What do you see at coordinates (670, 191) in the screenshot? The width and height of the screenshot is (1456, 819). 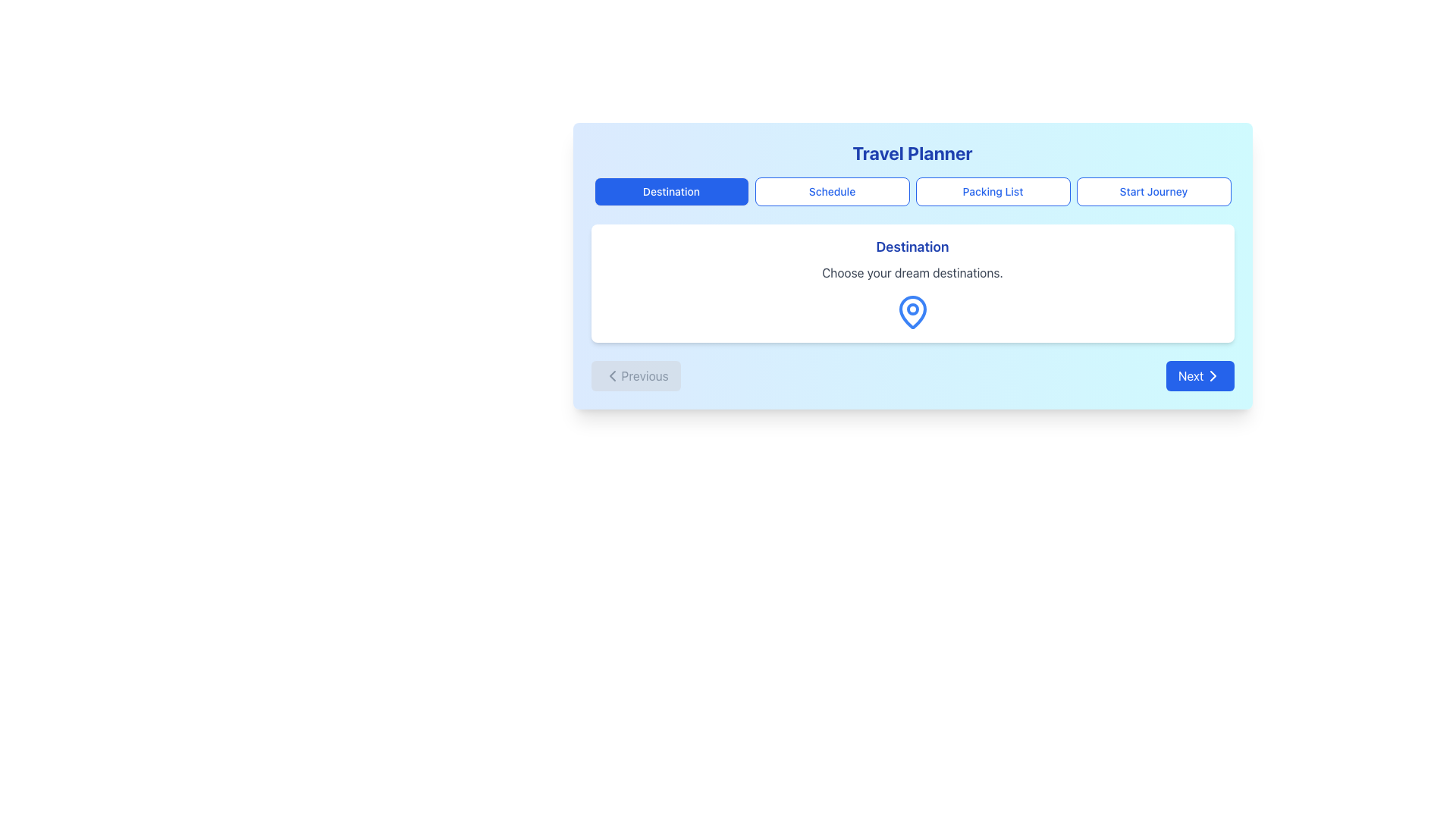 I see `the text block within the first button of the navigation bar that leads to the 'Destination' section` at bounding box center [670, 191].